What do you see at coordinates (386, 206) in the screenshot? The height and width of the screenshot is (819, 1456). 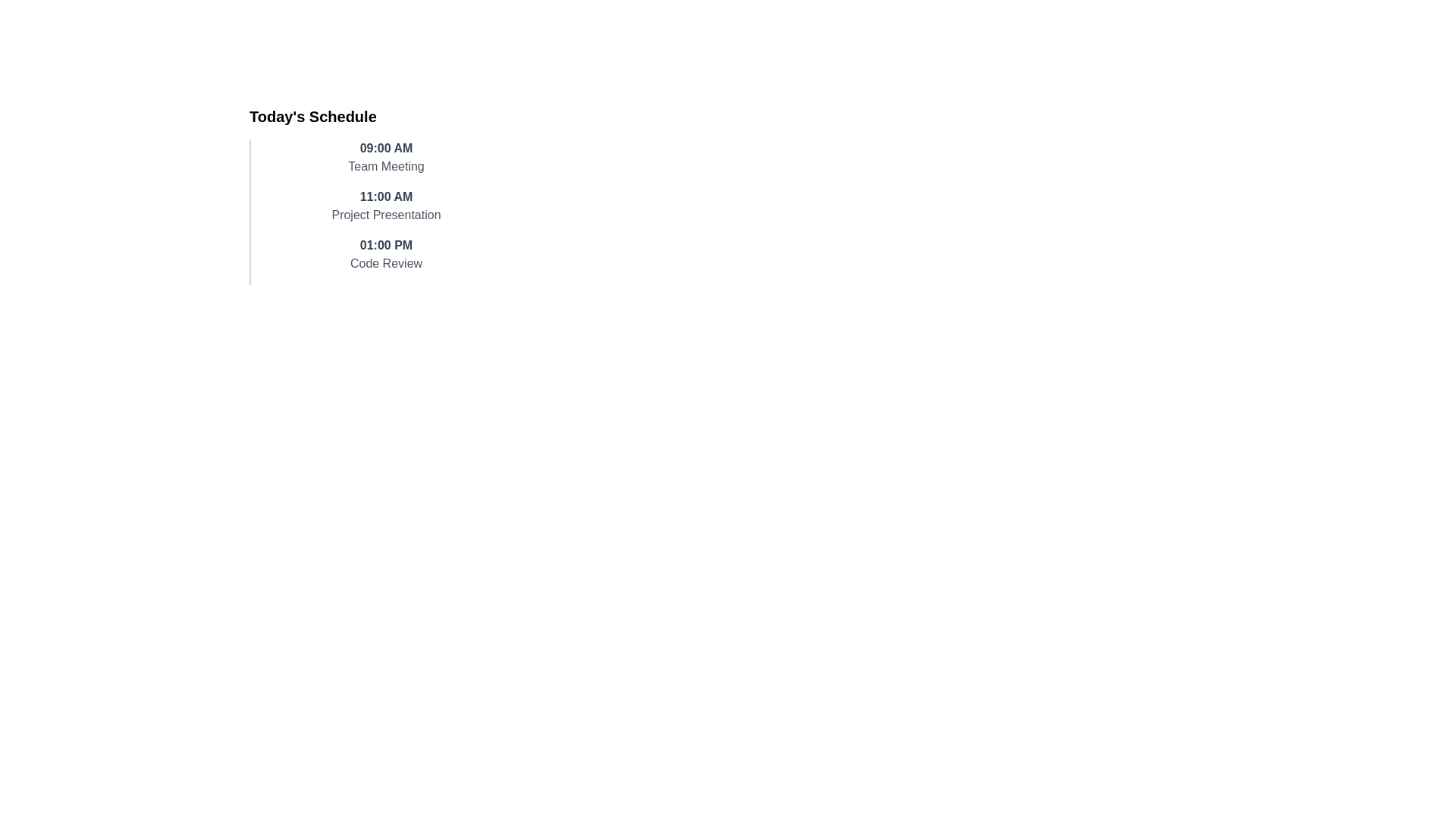 I see `the text block displaying the event titled 'Project Presentation' scheduled at 11:00 AM, which is the second appointment entry in the schedule` at bounding box center [386, 206].